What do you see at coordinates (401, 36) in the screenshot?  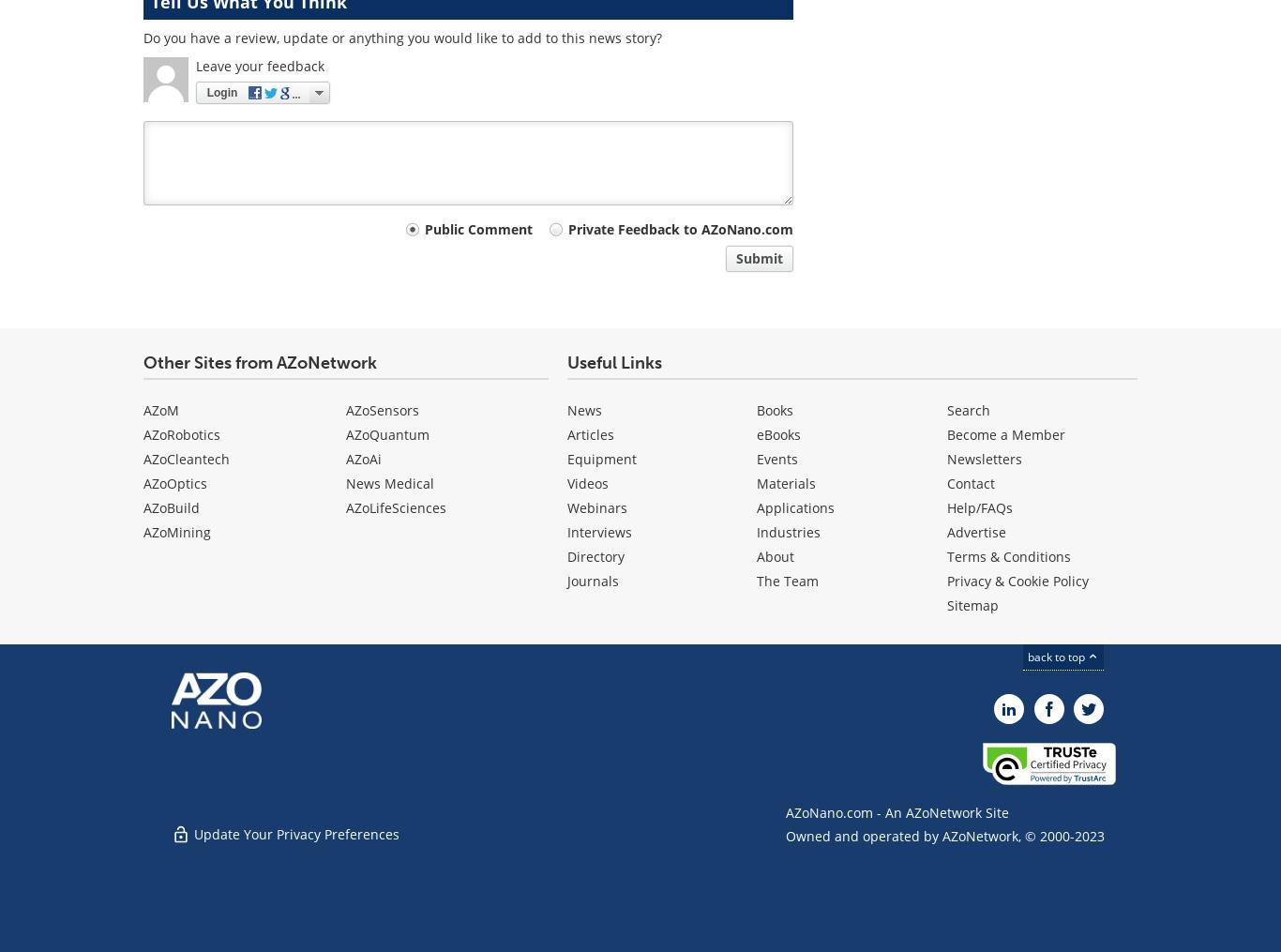 I see `'Do you have a review, update or anything you would like to add to this news story?'` at bounding box center [401, 36].